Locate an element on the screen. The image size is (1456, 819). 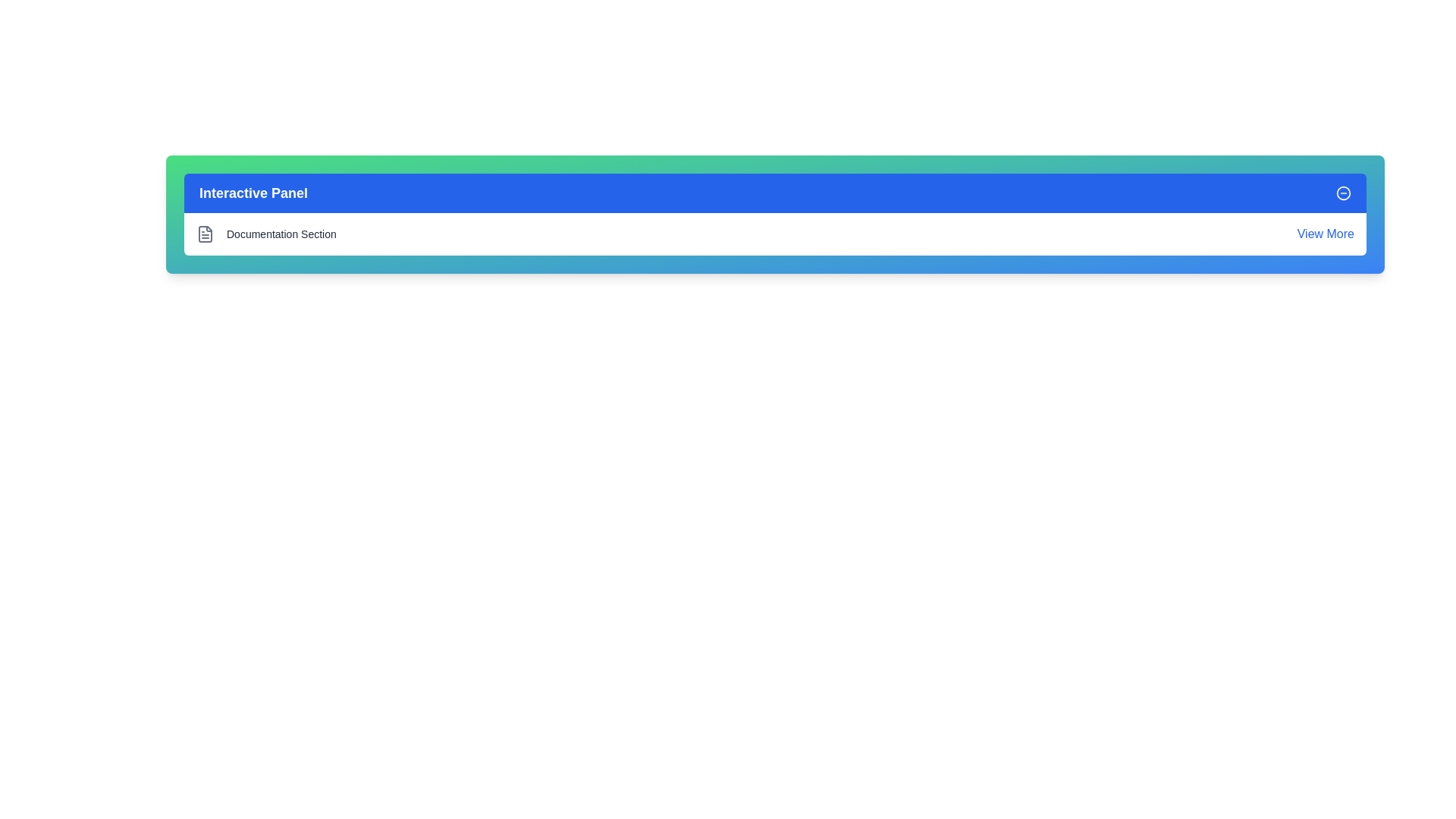
the graphical icon representing the file or document labeled 'Documentation Section' located at the first file icon in the layout is located at coordinates (204, 234).